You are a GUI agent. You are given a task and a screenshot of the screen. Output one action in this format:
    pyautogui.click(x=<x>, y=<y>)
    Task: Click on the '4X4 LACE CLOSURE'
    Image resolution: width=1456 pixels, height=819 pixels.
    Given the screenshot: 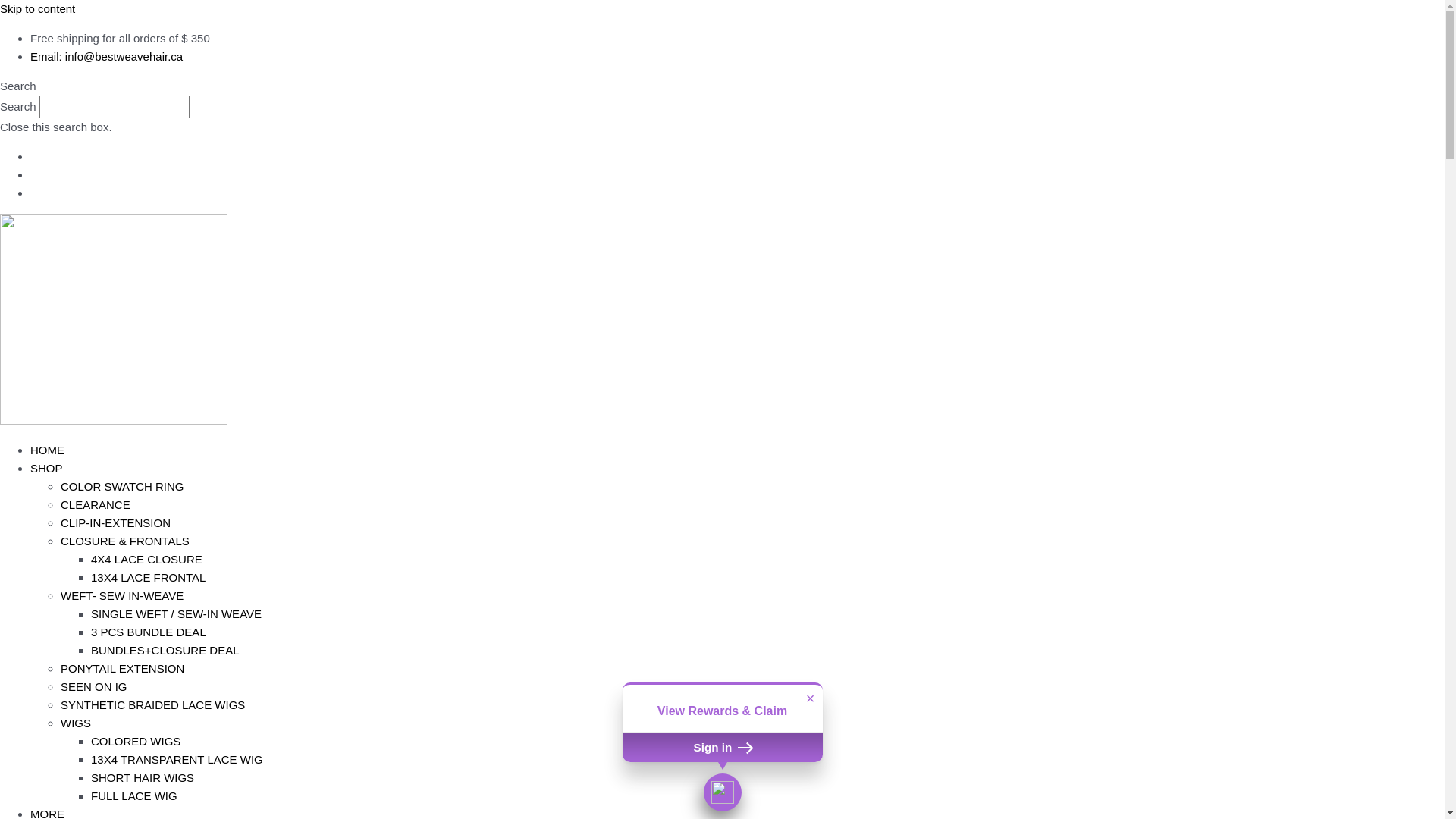 What is the action you would take?
    pyautogui.click(x=146, y=559)
    